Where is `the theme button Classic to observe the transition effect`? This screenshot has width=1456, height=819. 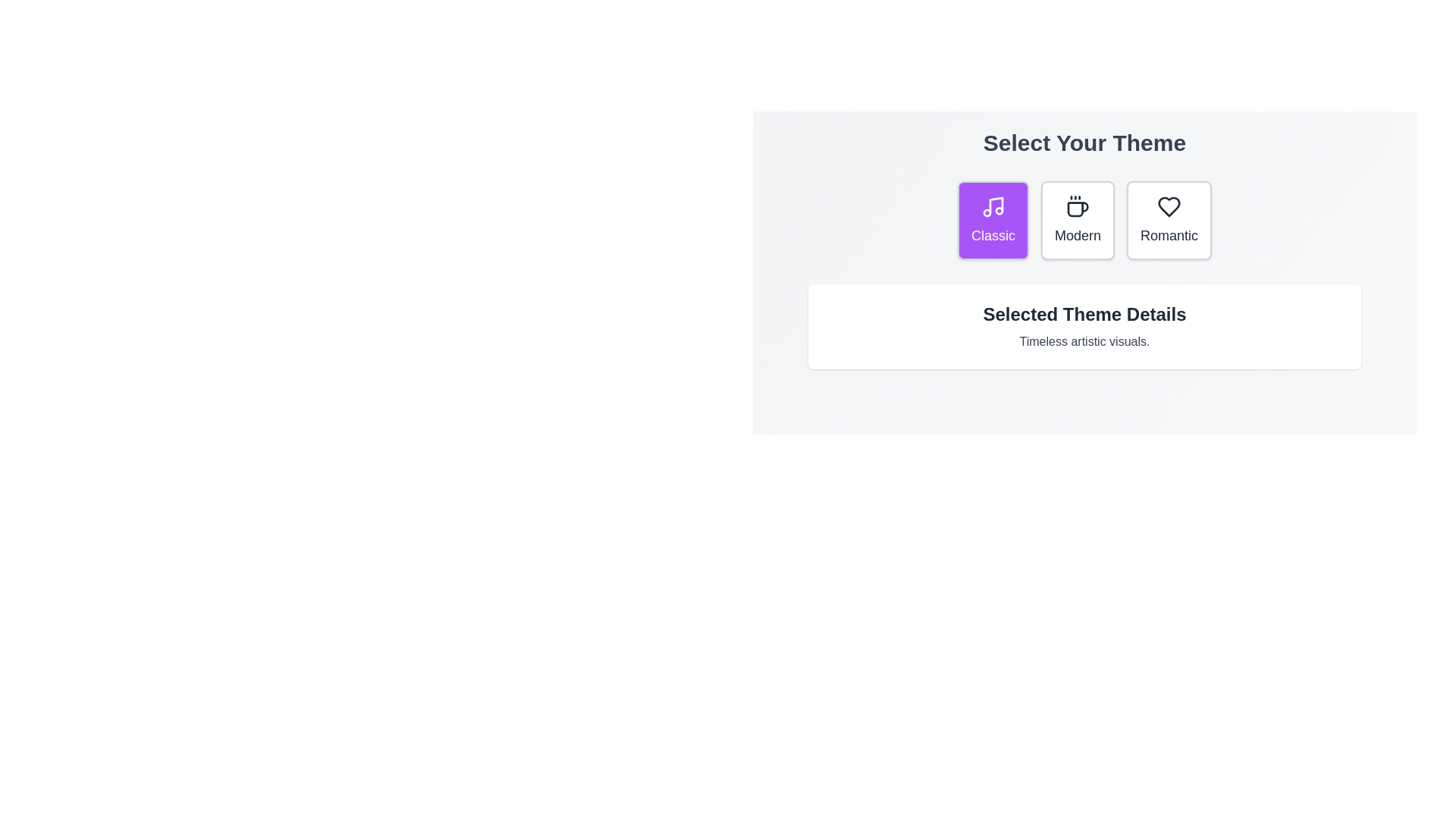
the theme button Classic to observe the transition effect is located at coordinates (993, 220).